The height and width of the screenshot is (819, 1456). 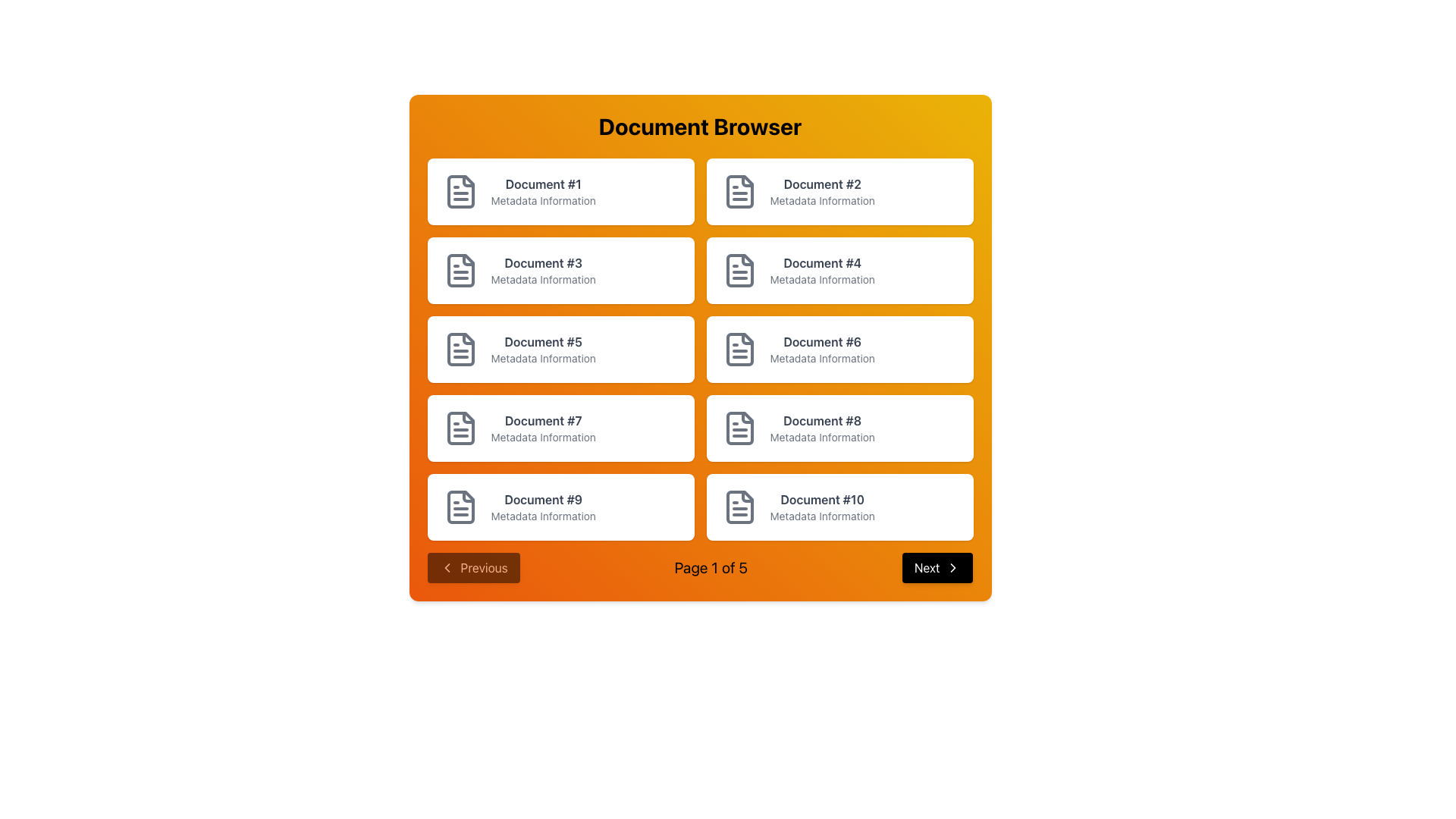 I want to click on the text of the Text Display Section that serves as a title and description for 'Document #1', positioned in the top-left of the grid layout under 'Document Browser', so click(x=543, y=191).